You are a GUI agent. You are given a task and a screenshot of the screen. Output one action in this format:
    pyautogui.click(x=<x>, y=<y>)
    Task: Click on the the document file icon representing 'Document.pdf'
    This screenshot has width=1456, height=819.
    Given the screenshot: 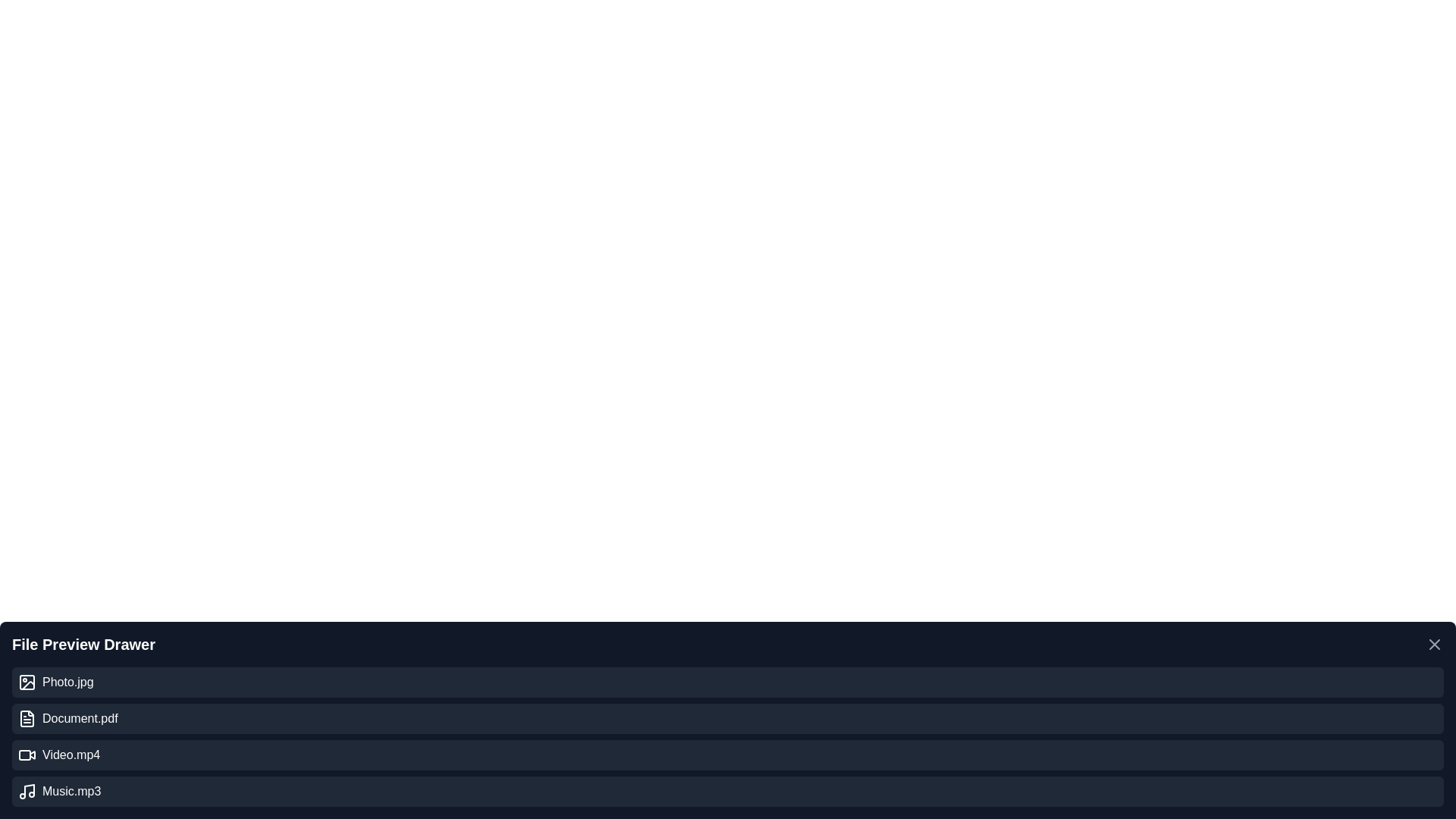 What is the action you would take?
    pyautogui.click(x=27, y=718)
    